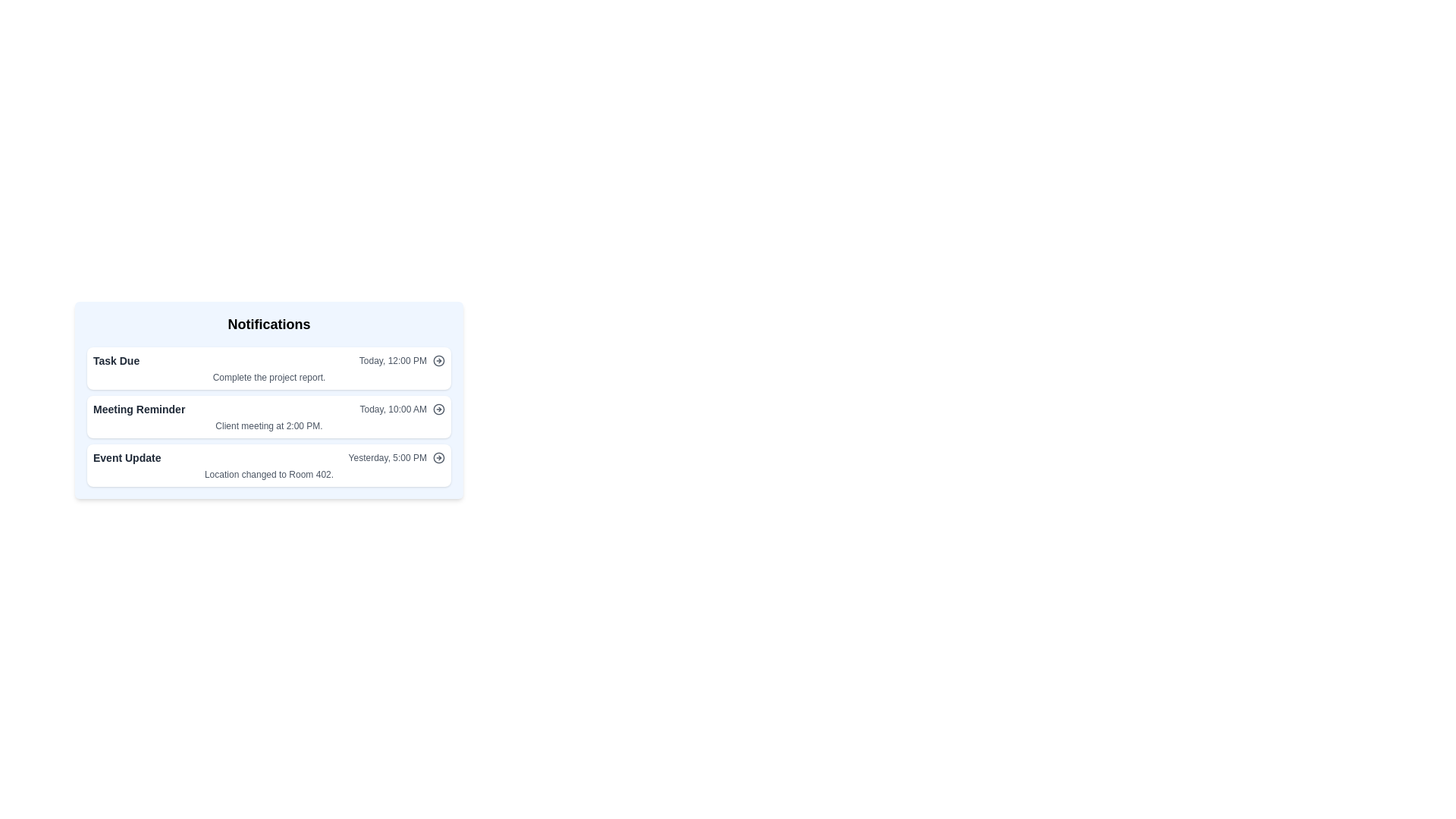 This screenshot has height=819, width=1456. Describe the element at coordinates (115, 360) in the screenshot. I see `the text label in the top-left corner of the notification card` at that location.